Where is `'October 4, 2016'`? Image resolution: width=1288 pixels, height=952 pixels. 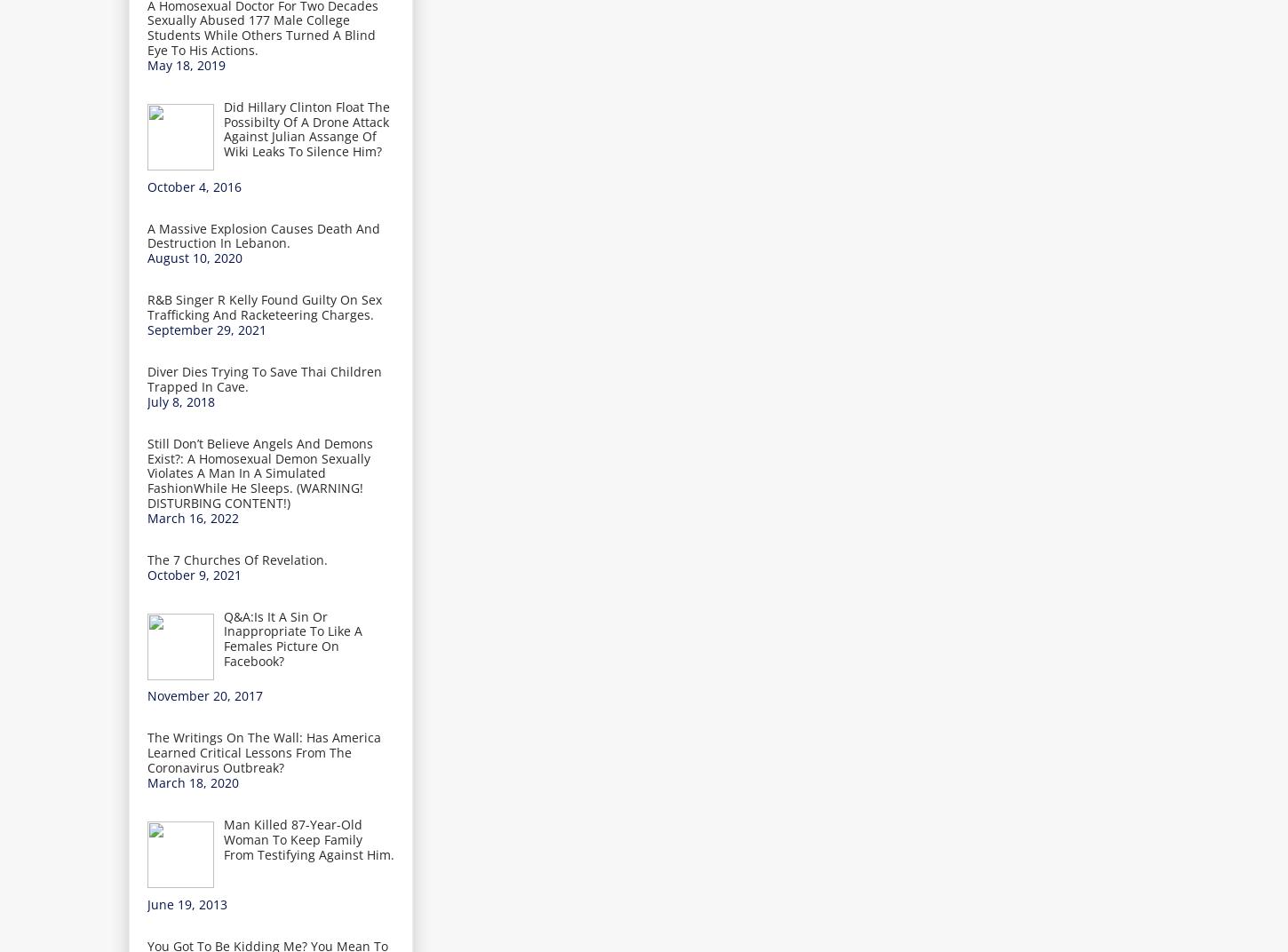 'October 4, 2016' is located at coordinates (193, 186).